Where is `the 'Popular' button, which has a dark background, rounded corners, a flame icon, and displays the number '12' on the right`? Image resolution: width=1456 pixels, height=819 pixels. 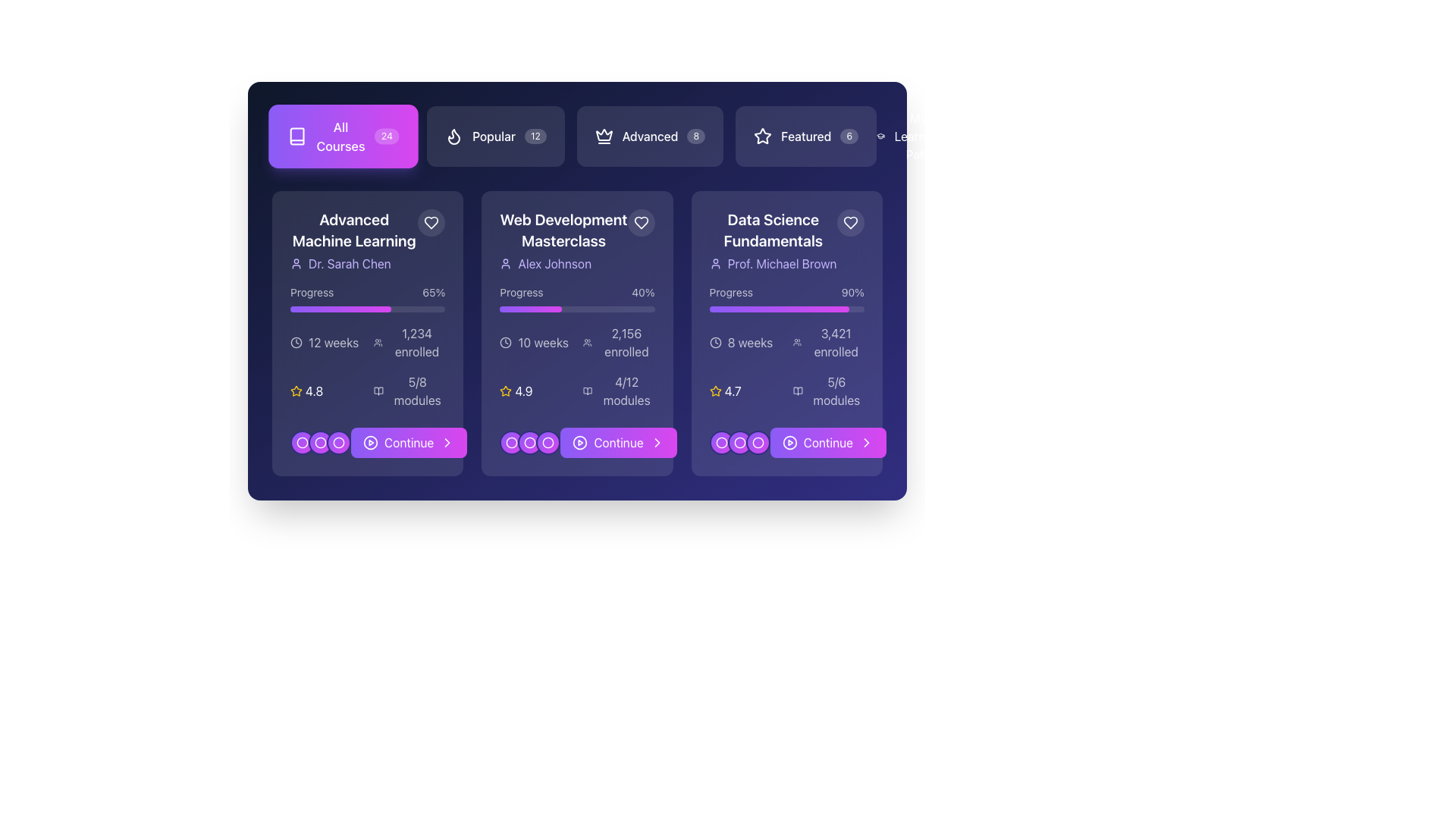
the 'Popular' button, which has a dark background, rounded corners, a flame icon, and displays the number '12' on the right is located at coordinates (495, 136).